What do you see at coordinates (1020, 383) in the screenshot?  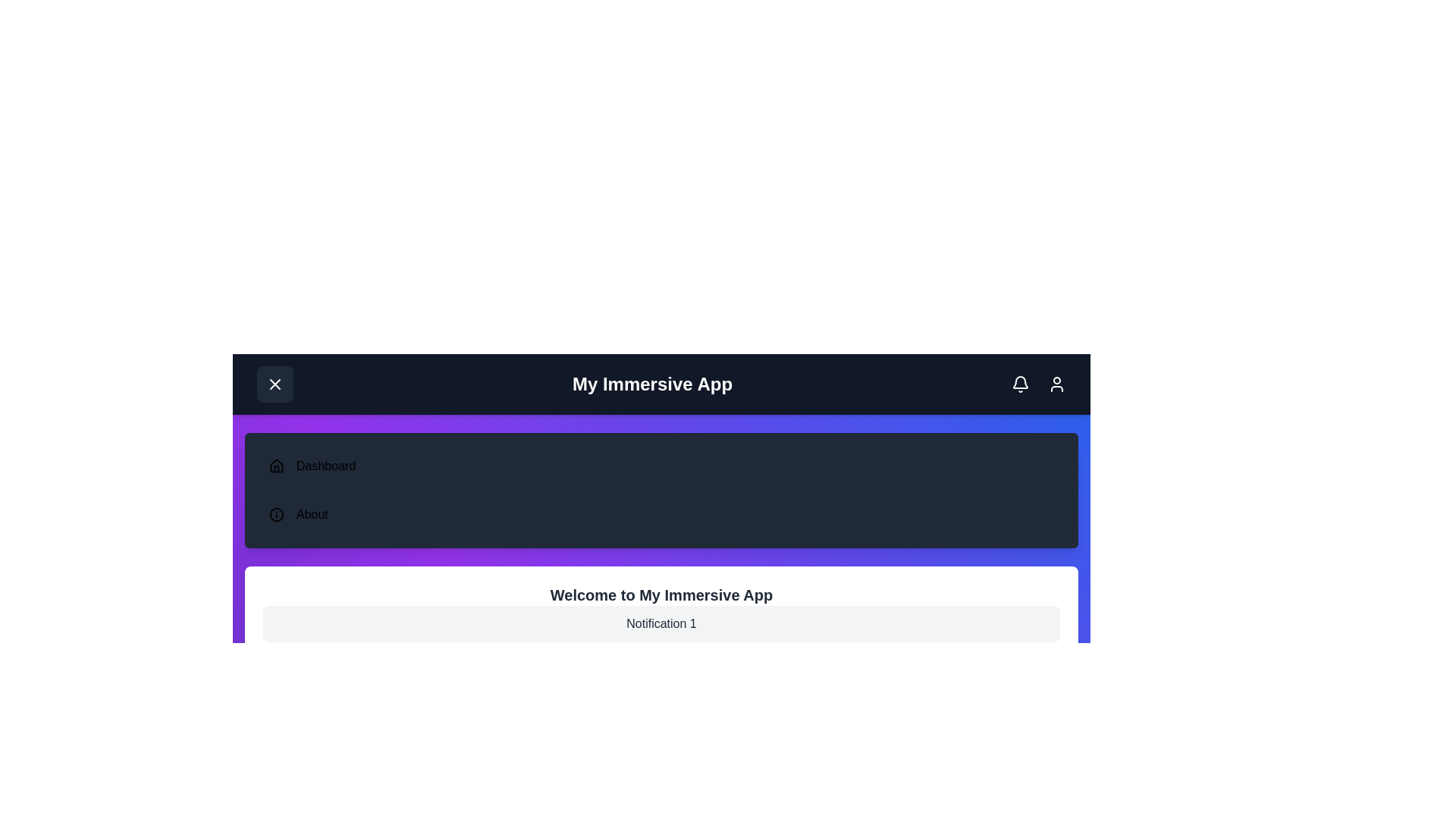 I see `the bell icon to toggle the visibility of the notifications panel` at bounding box center [1020, 383].